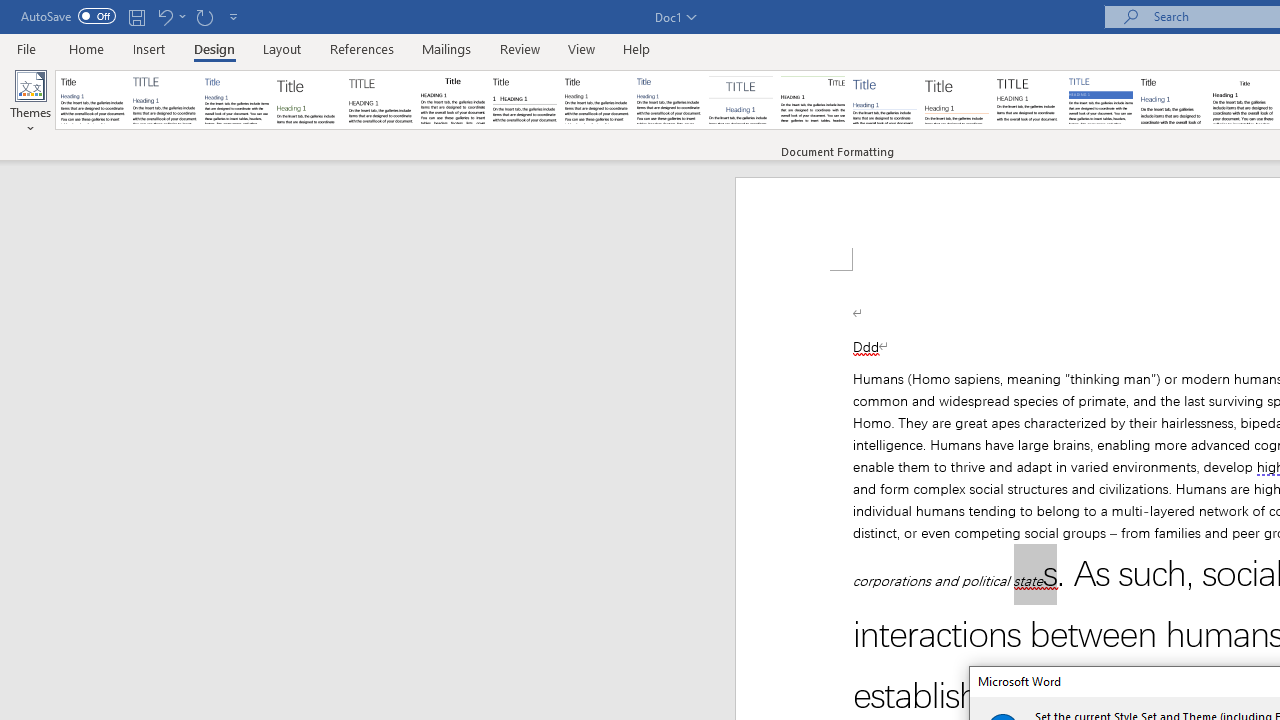  What do you see at coordinates (381, 100) in the screenshot?
I see `'Black & White (Capitalized)'` at bounding box center [381, 100].